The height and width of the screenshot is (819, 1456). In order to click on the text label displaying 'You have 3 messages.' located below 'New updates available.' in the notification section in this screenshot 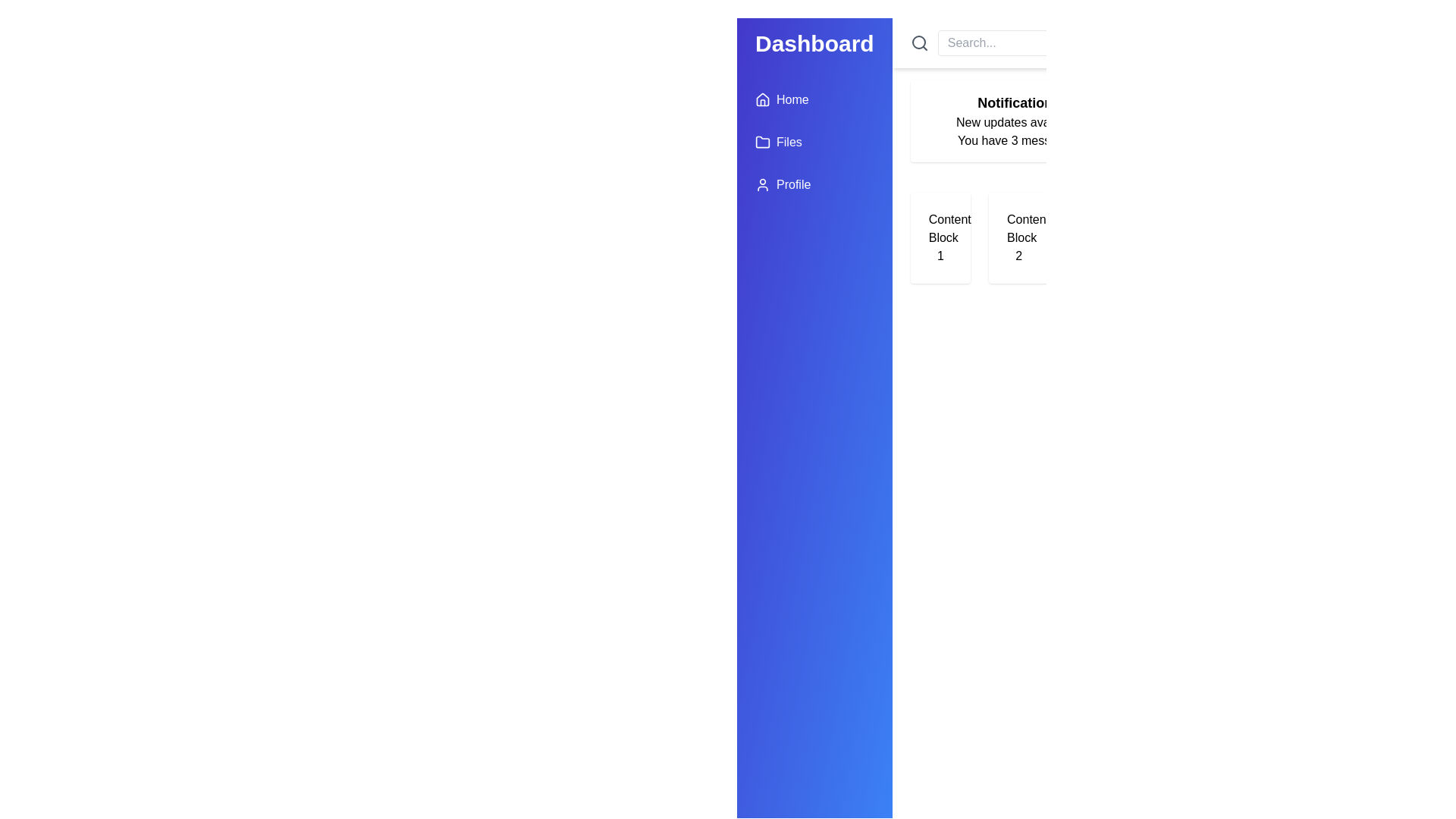, I will do `click(1018, 140)`.